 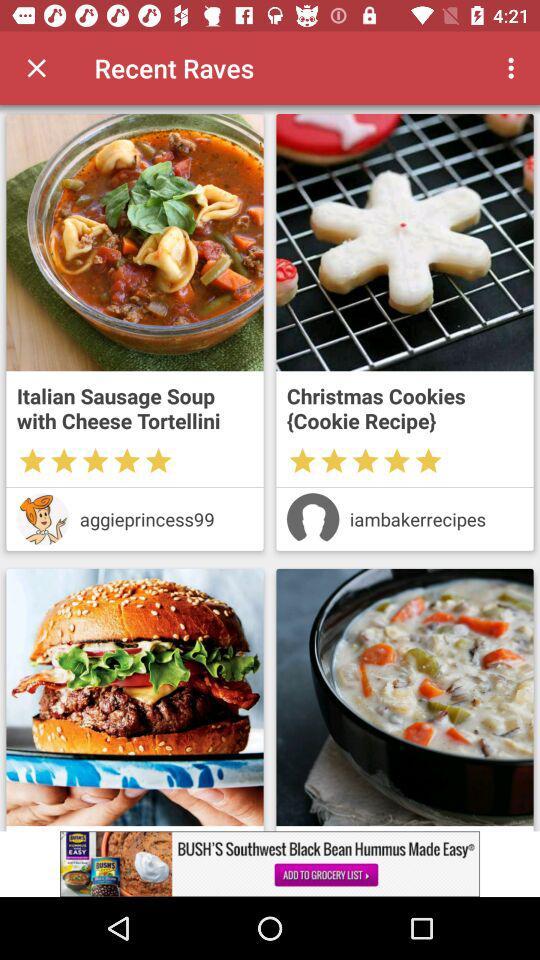 What do you see at coordinates (405, 241) in the screenshot?
I see `recipe` at bounding box center [405, 241].